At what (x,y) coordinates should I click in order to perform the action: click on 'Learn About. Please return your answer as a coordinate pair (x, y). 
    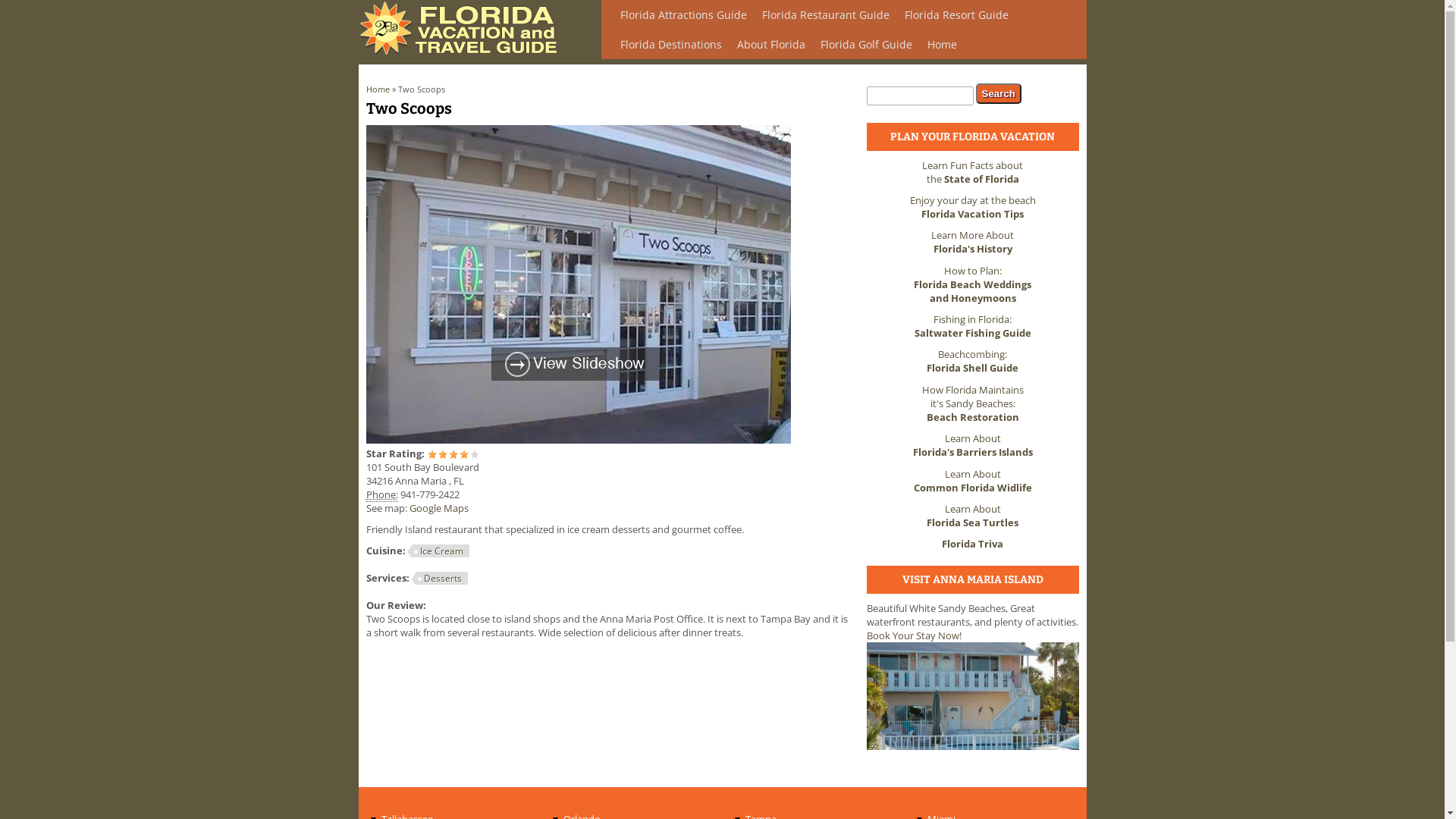
    Looking at the image, I should click on (972, 444).